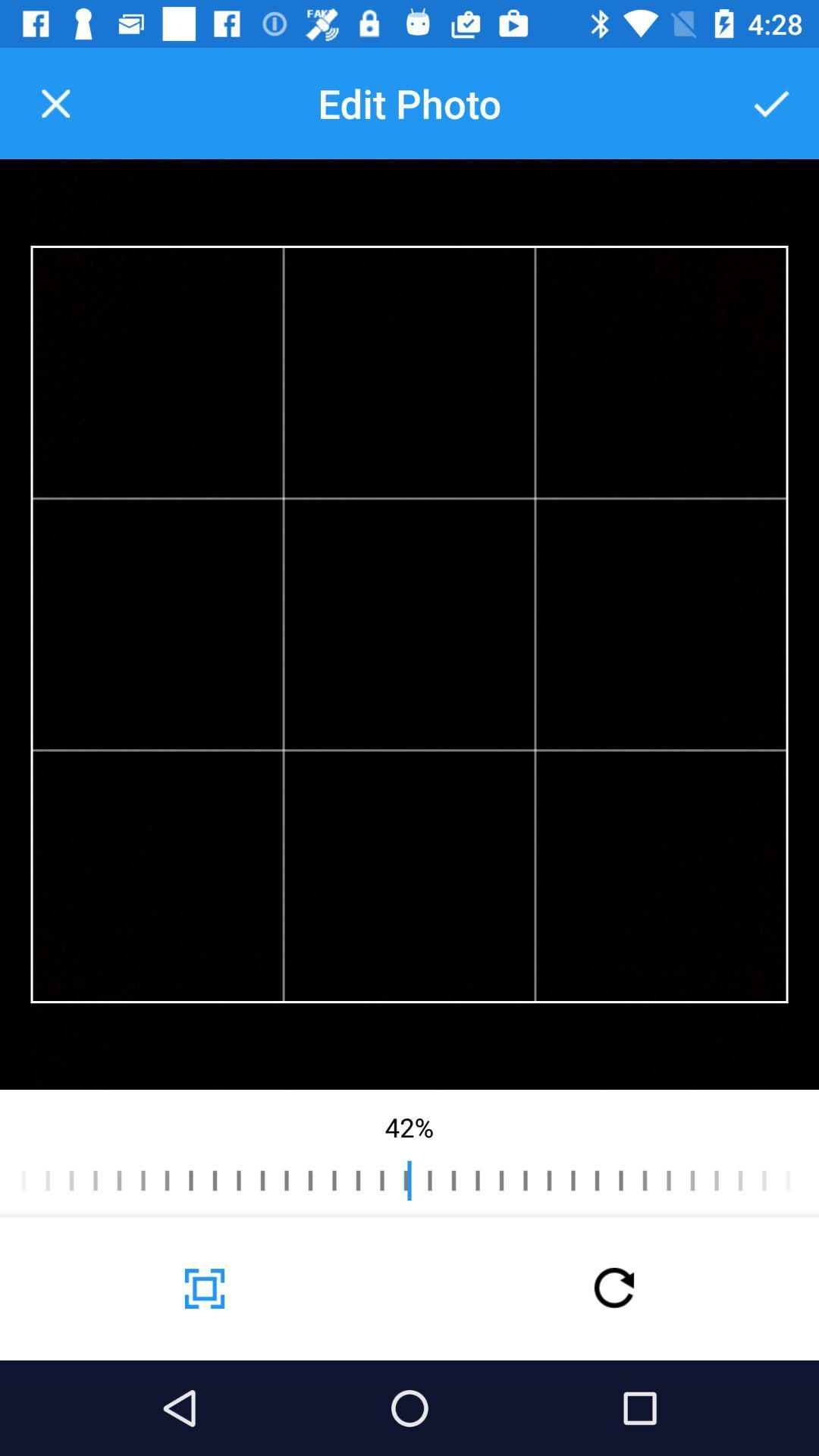 Image resolution: width=819 pixels, height=1456 pixels. Describe the element at coordinates (55, 102) in the screenshot. I see `the icon to the left of the edit photo icon` at that location.